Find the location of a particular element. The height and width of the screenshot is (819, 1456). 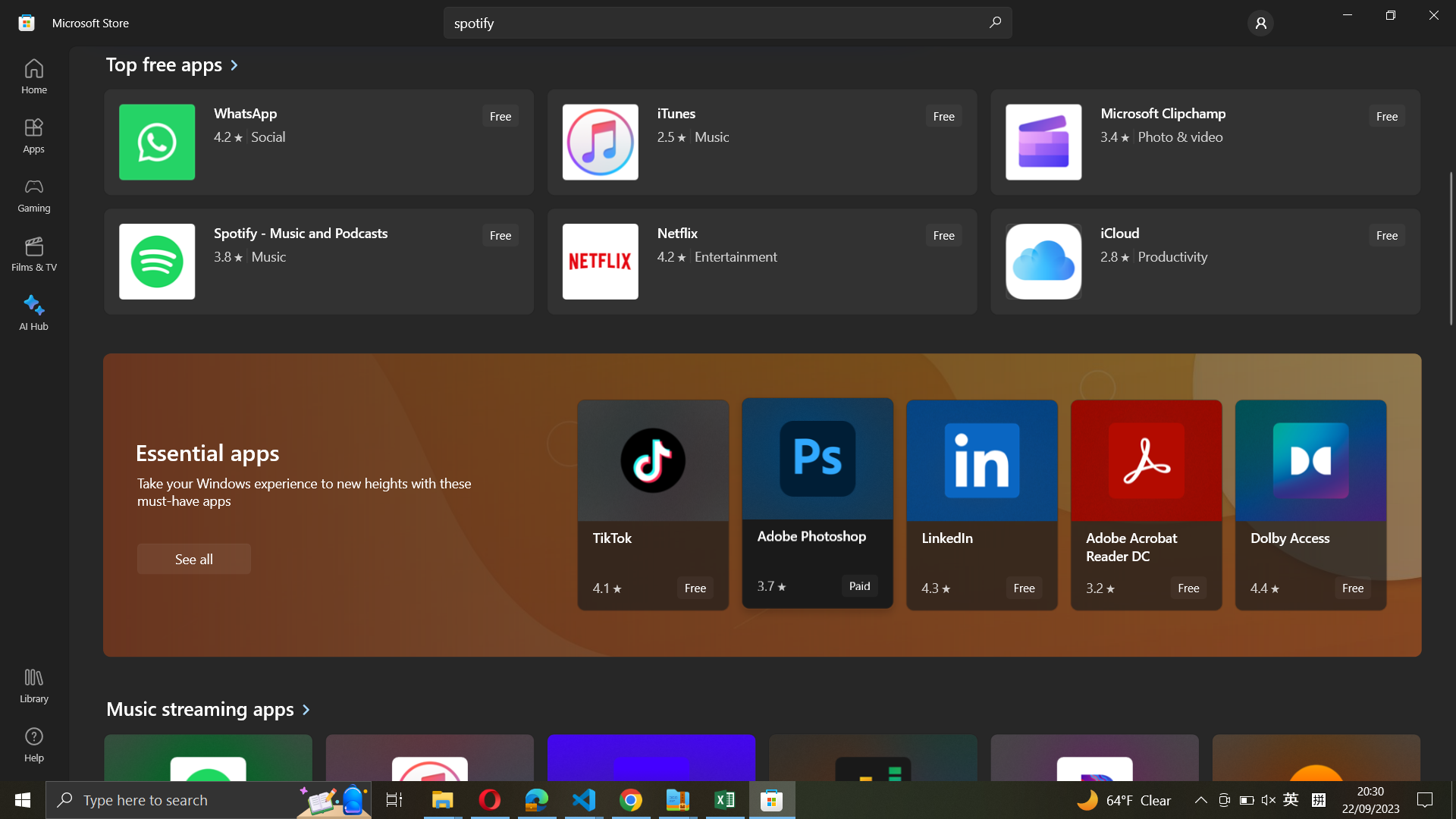

Activate Dolby Access program is located at coordinates (1310, 505).